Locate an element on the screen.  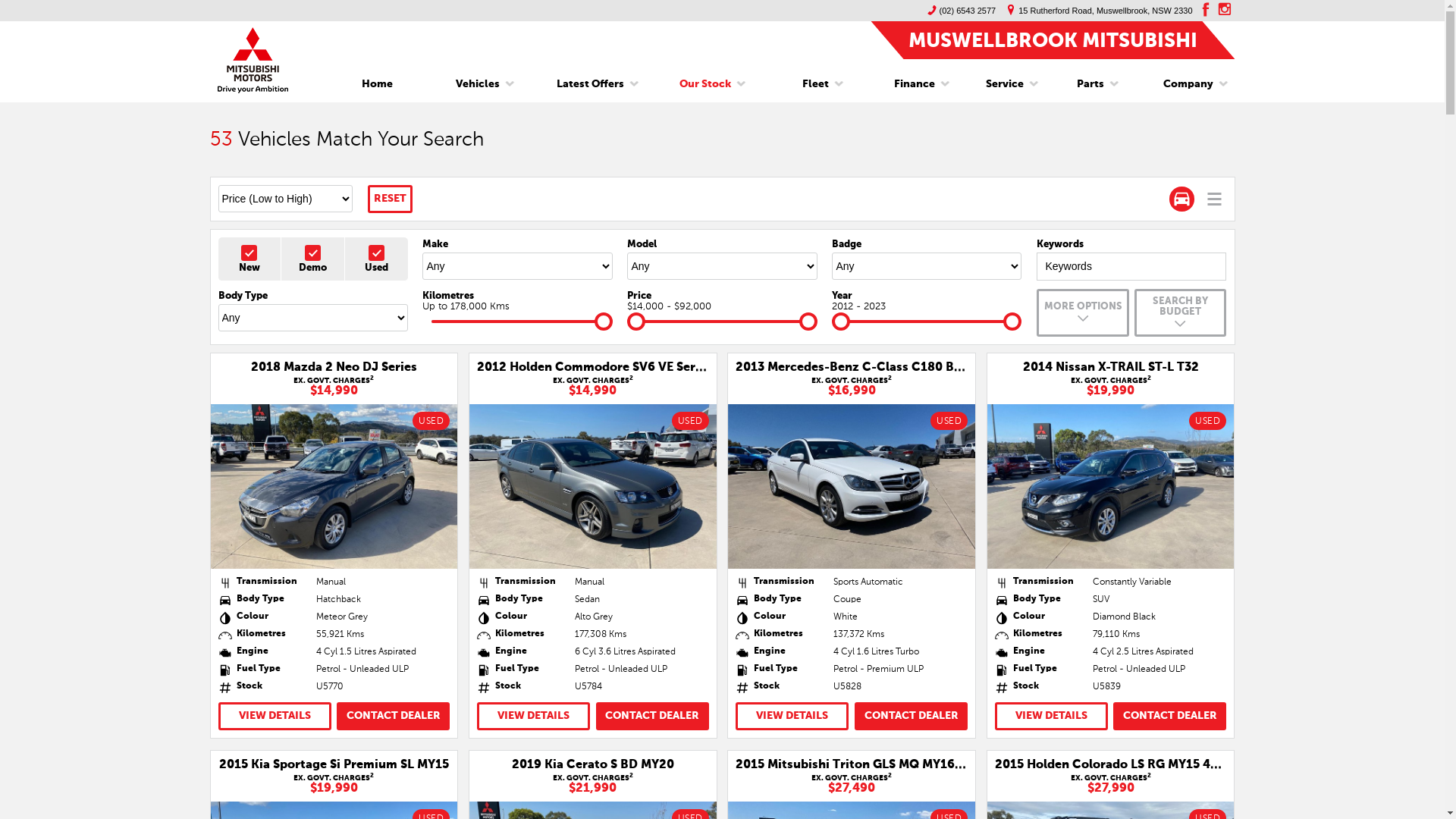
'Company' is located at coordinates (1181, 84).